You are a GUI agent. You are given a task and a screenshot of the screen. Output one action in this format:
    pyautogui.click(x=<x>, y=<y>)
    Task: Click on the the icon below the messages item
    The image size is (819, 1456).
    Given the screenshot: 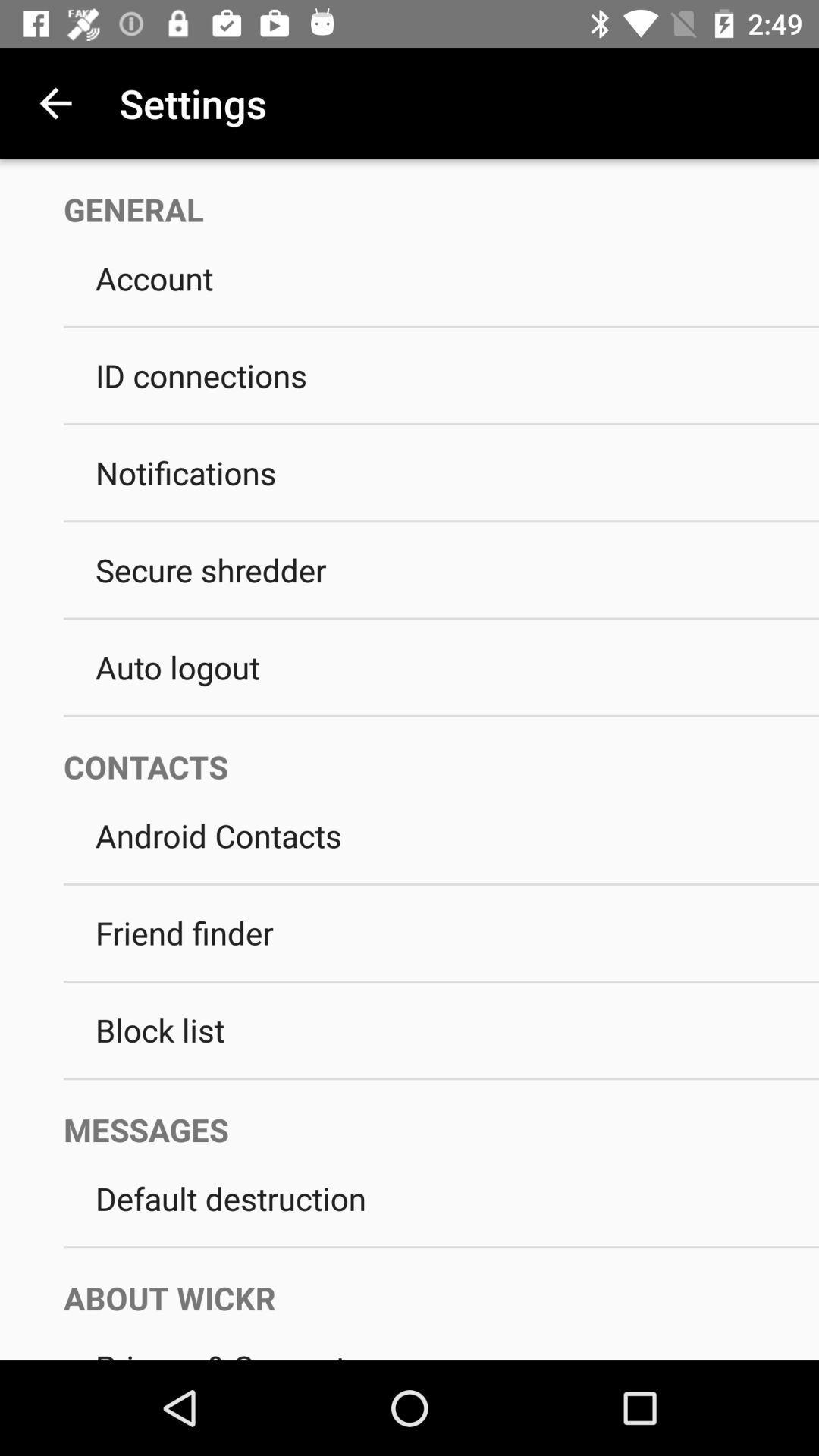 What is the action you would take?
    pyautogui.click(x=441, y=1197)
    